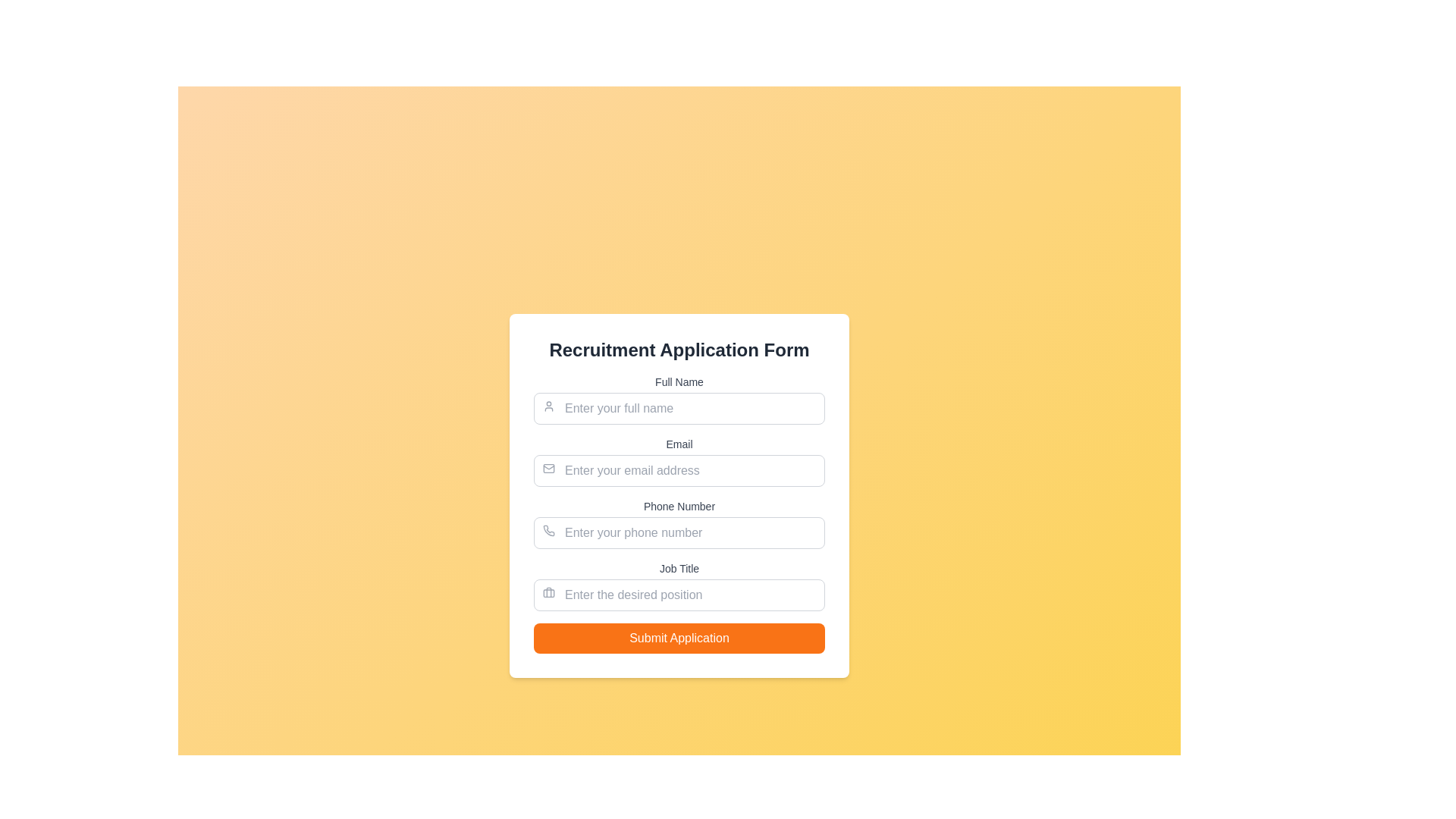  I want to click on the Text Input Field for email entry to set focus, which is located below the 'Email' label and above the 'Phone Number' input field, so click(679, 470).